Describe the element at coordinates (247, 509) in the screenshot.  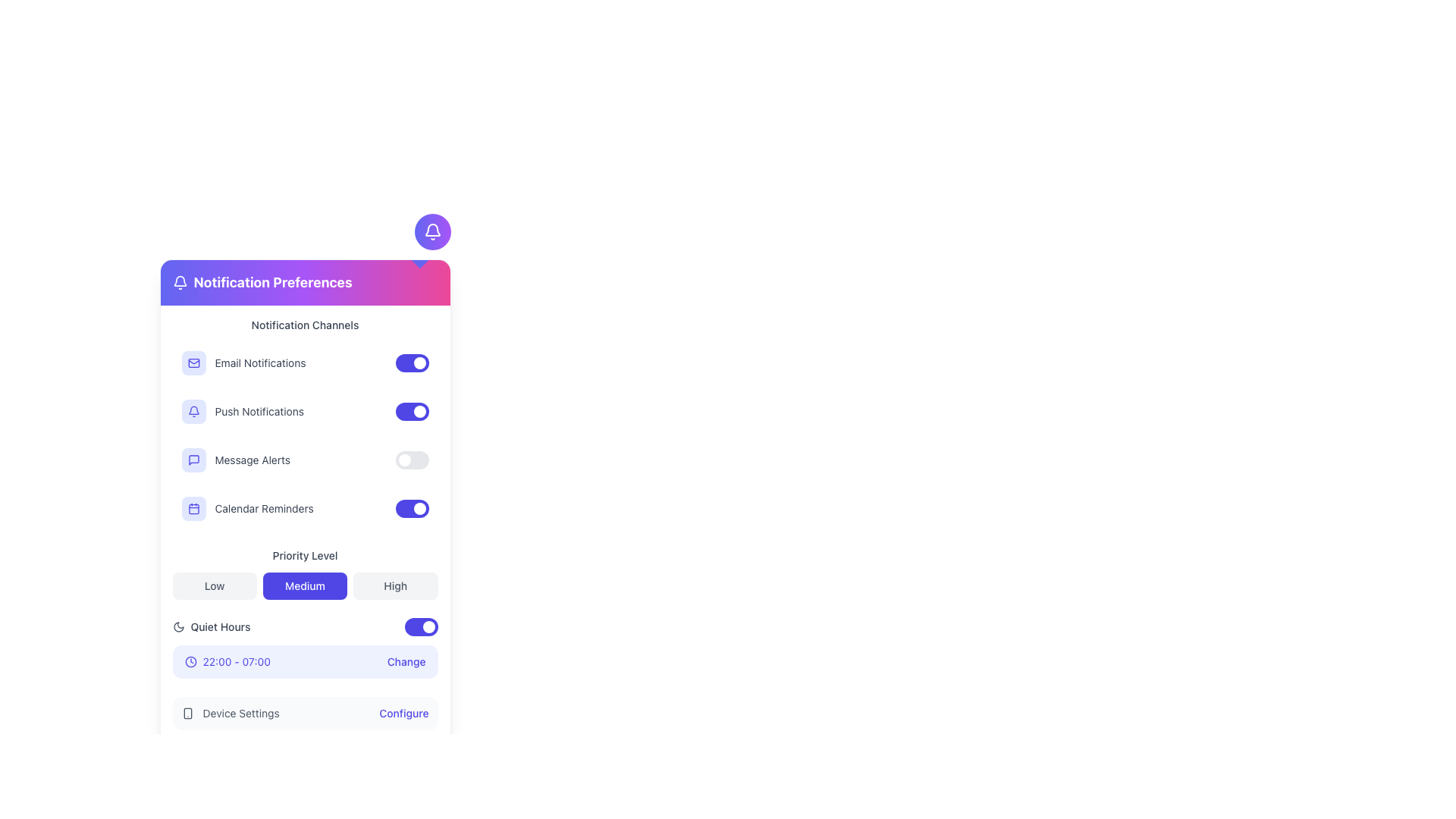
I see `the notification option for calendar reminders located in the 'Notification Preferences' section, which is the fourth item in the 'Notification Channels' list` at that location.